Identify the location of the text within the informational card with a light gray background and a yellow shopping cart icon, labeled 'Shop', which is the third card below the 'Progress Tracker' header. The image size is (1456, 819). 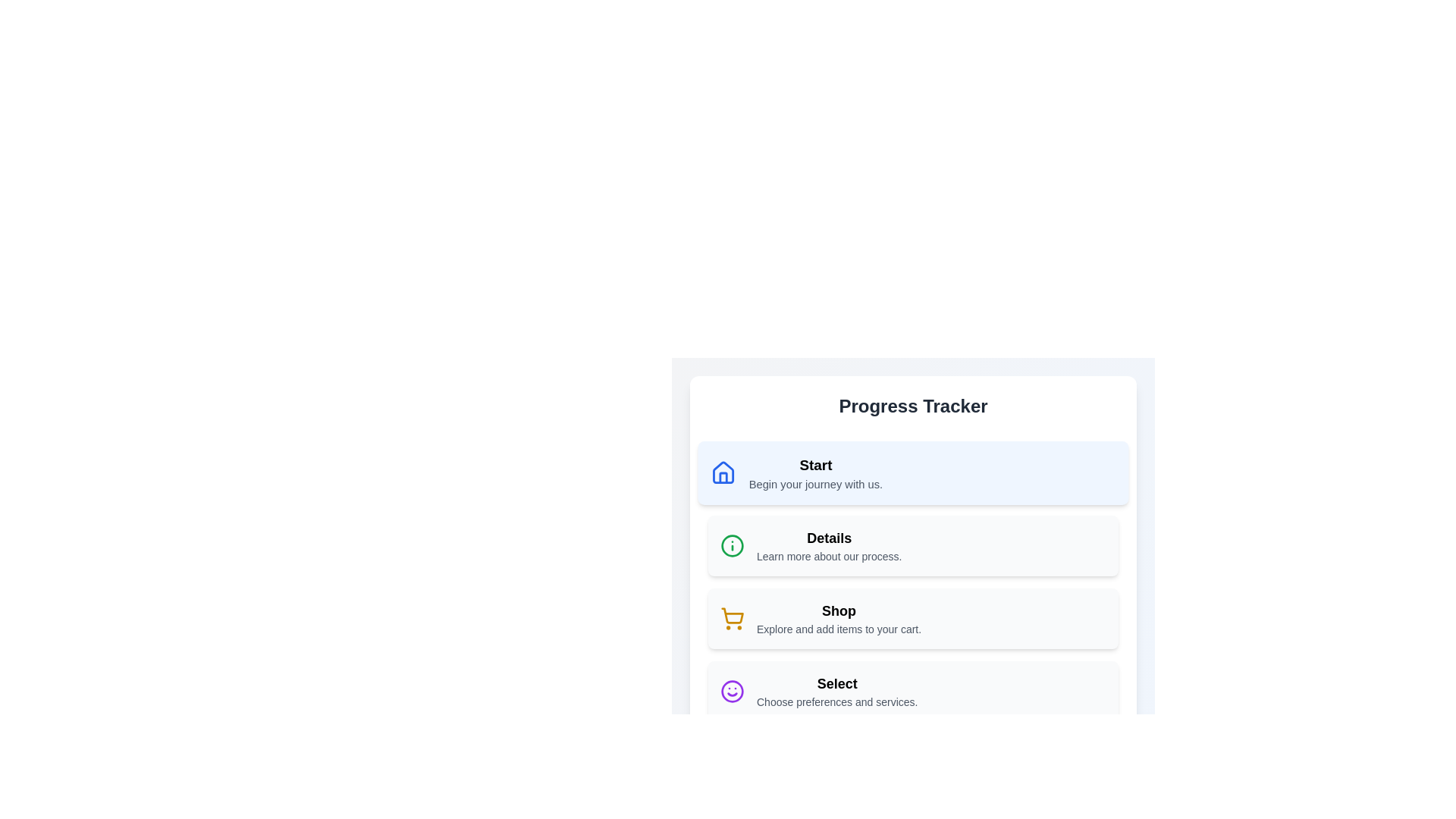
(912, 619).